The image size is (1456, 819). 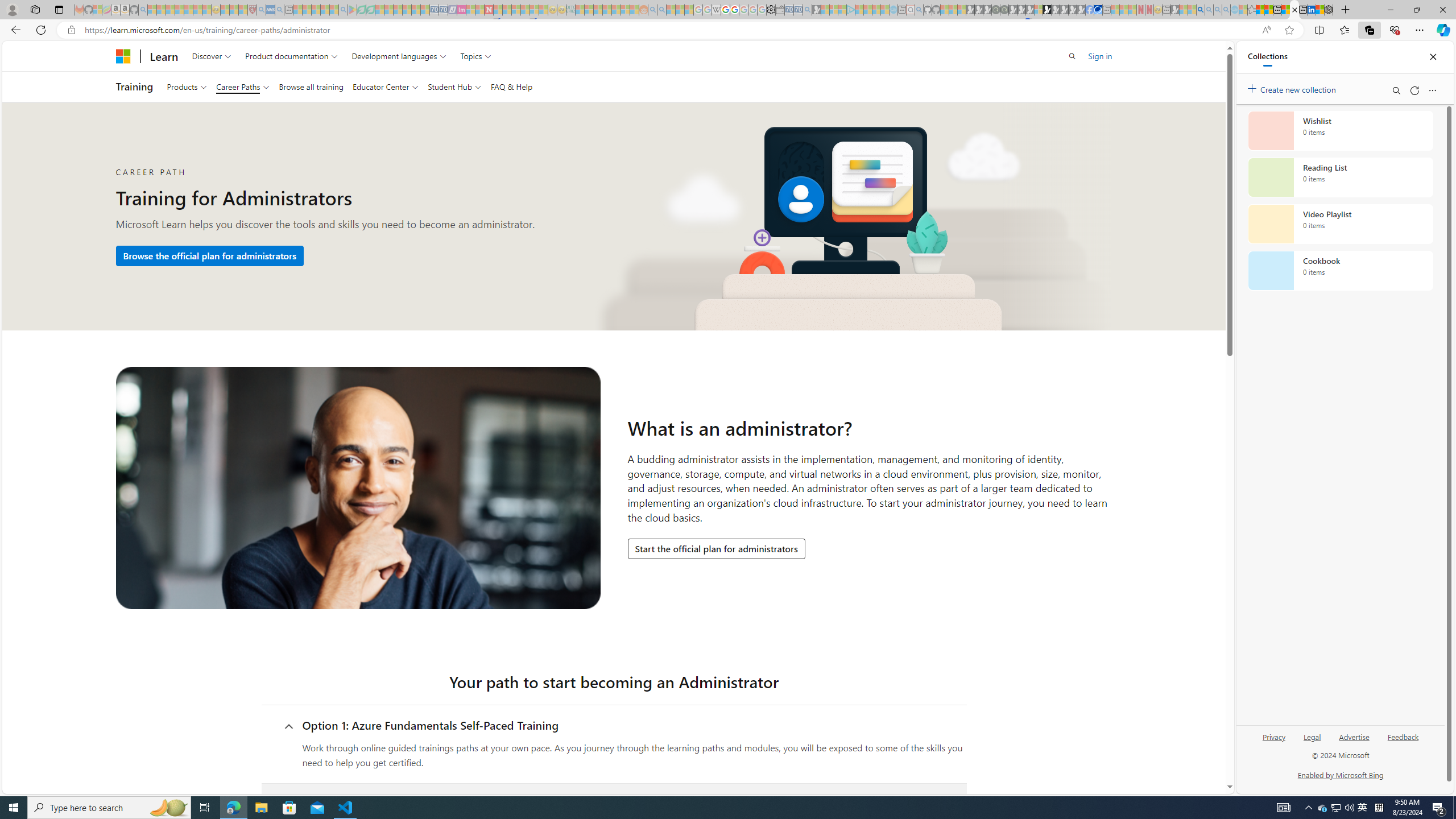 What do you see at coordinates (475, 55) in the screenshot?
I see `'Topics'` at bounding box center [475, 55].